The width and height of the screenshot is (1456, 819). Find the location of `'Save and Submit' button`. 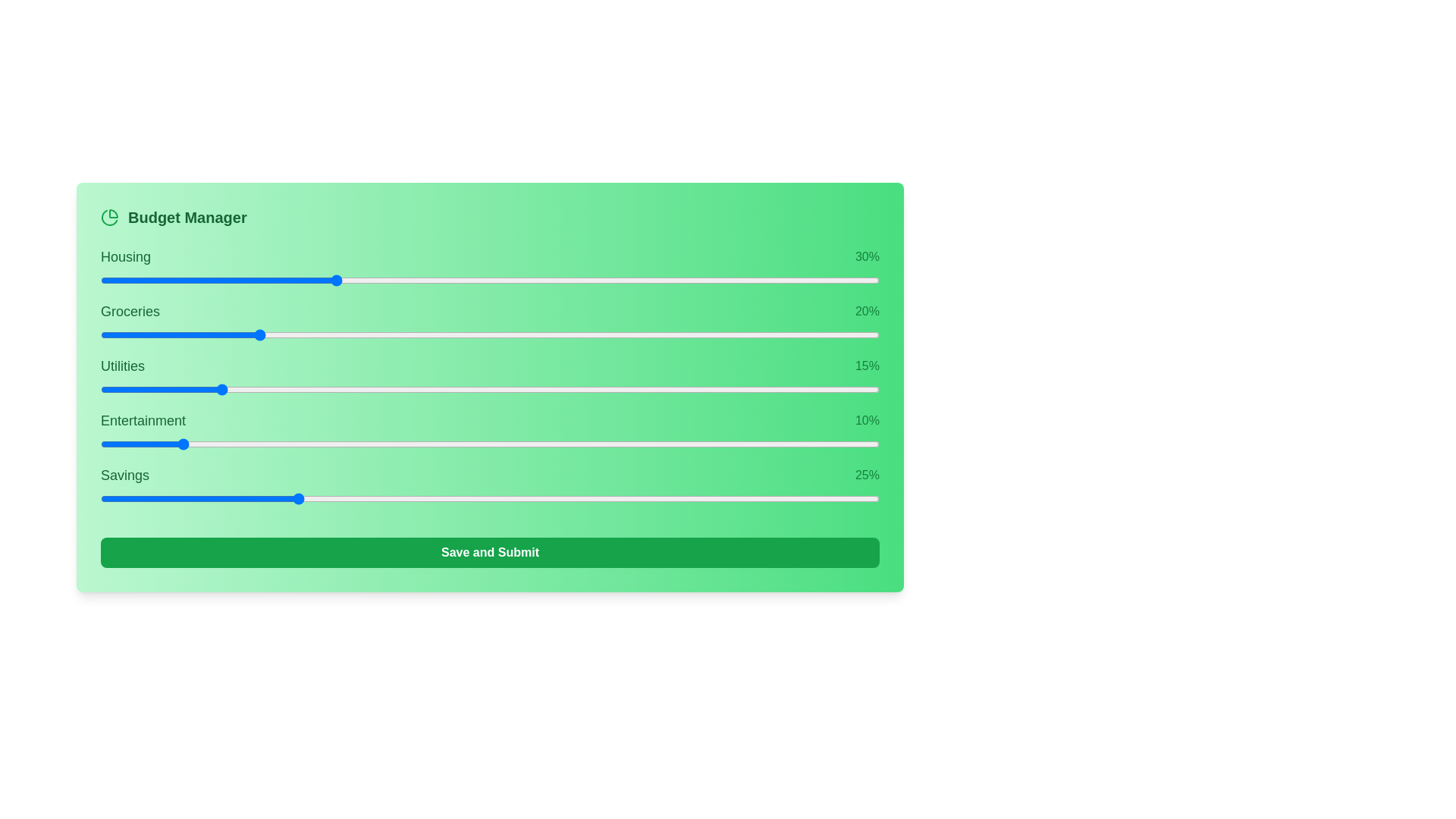

'Save and Submit' button is located at coordinates (490, 553).